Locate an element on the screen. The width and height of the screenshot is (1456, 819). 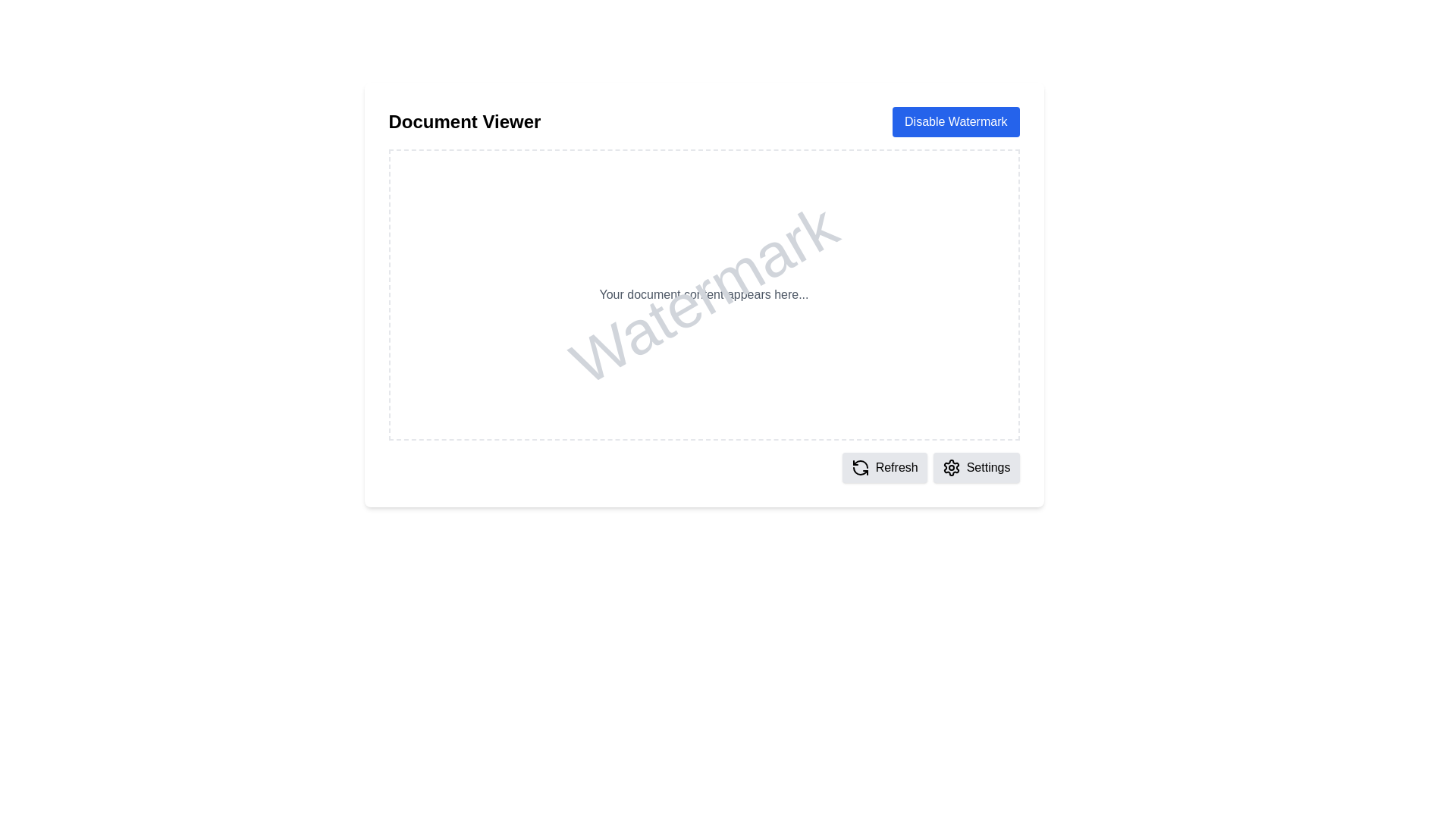
the Label element that serves as a title or header, positioned on the upper left side of the interface, above the main content area is located at coordinates (464, 121).